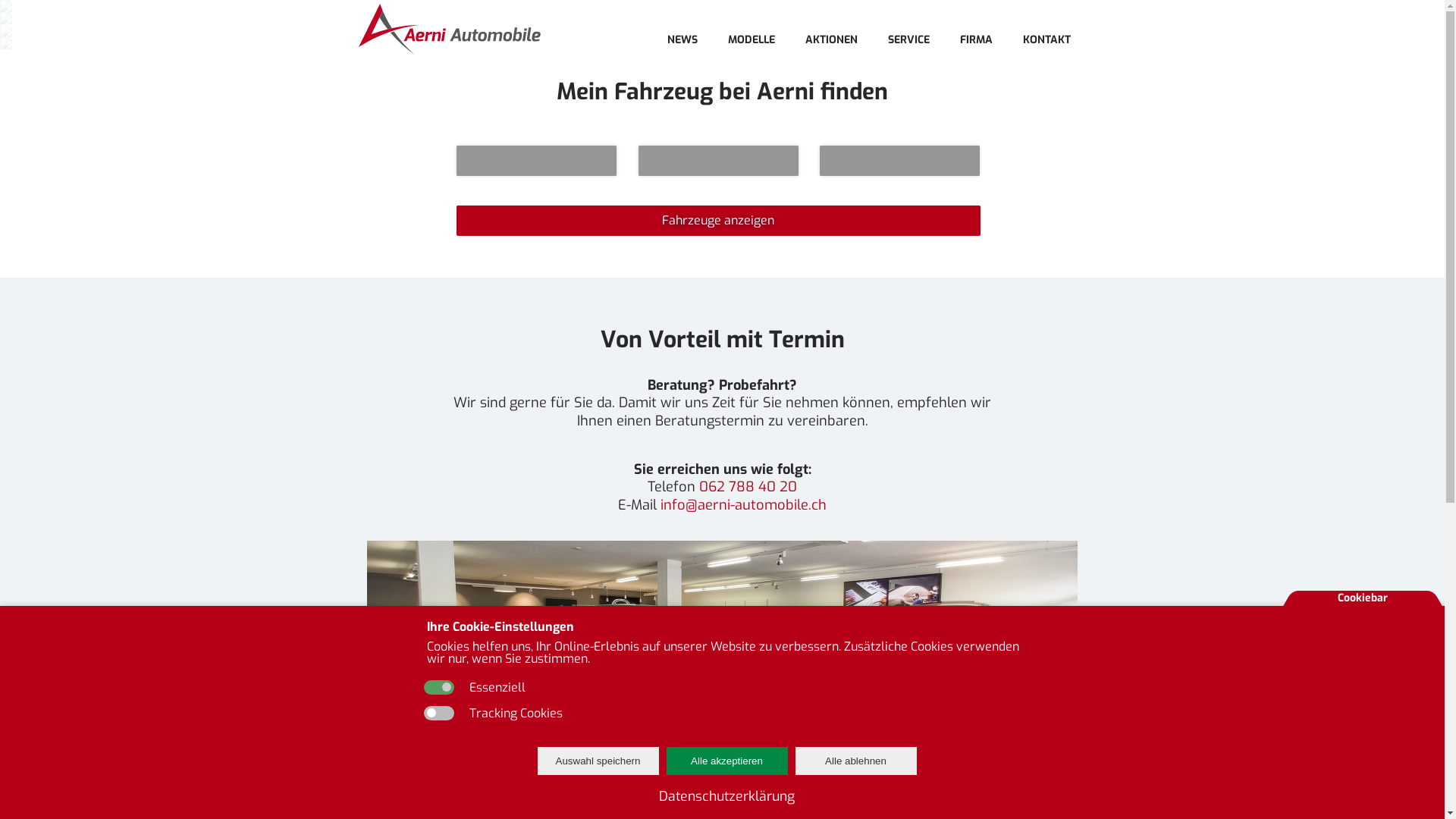 The width and height of the screenshot is (1456, 819). Describe the element at coordinates (830, 39) in the screenshot. I see `'AKTIONEN'` at that location.